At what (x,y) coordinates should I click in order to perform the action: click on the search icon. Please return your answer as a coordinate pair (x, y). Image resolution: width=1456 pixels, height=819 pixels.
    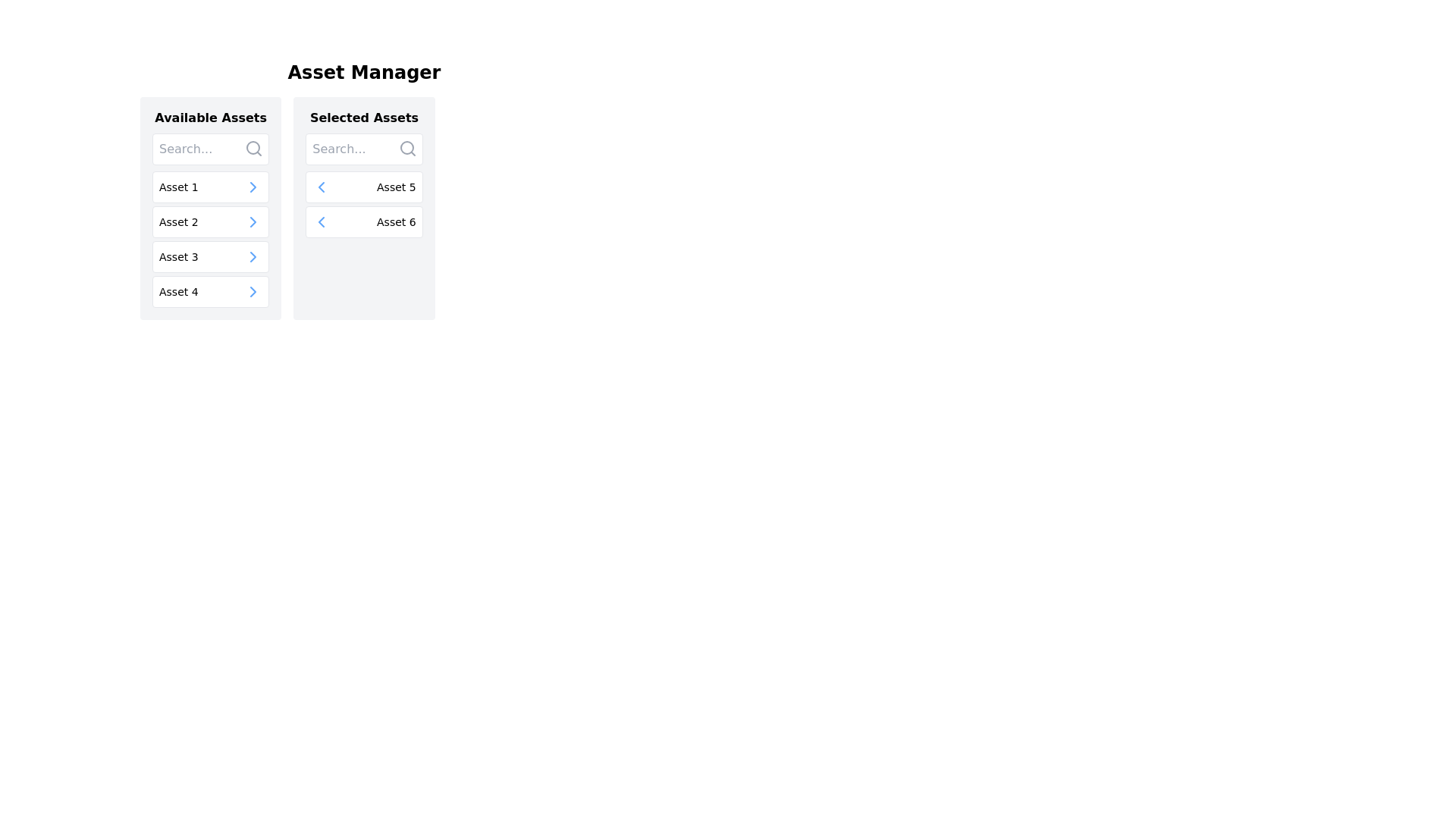
    Looking at the image, I should click on (254, 149).